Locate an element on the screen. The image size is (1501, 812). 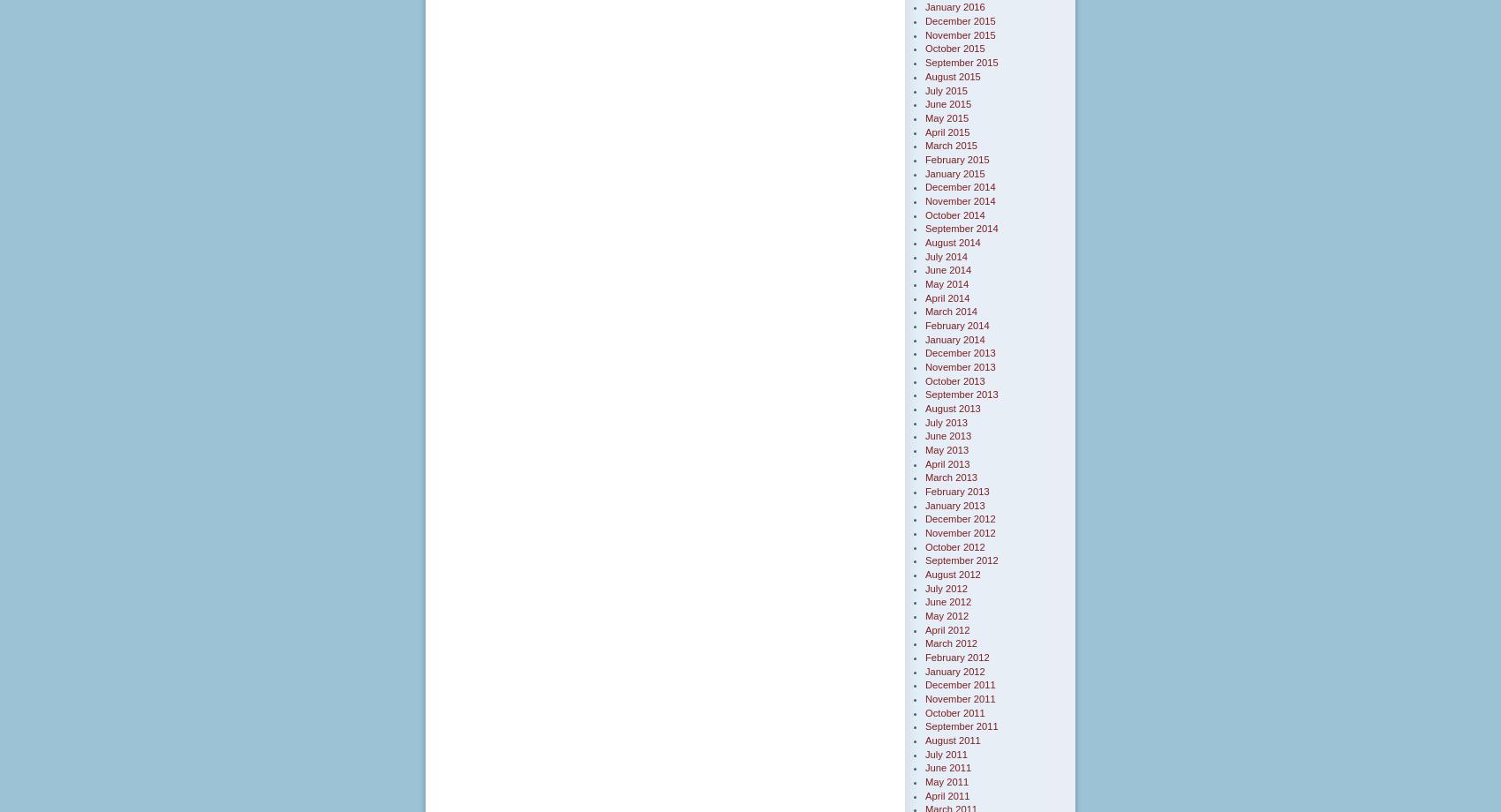
'September 2011' is located at coordinates (962, 726).